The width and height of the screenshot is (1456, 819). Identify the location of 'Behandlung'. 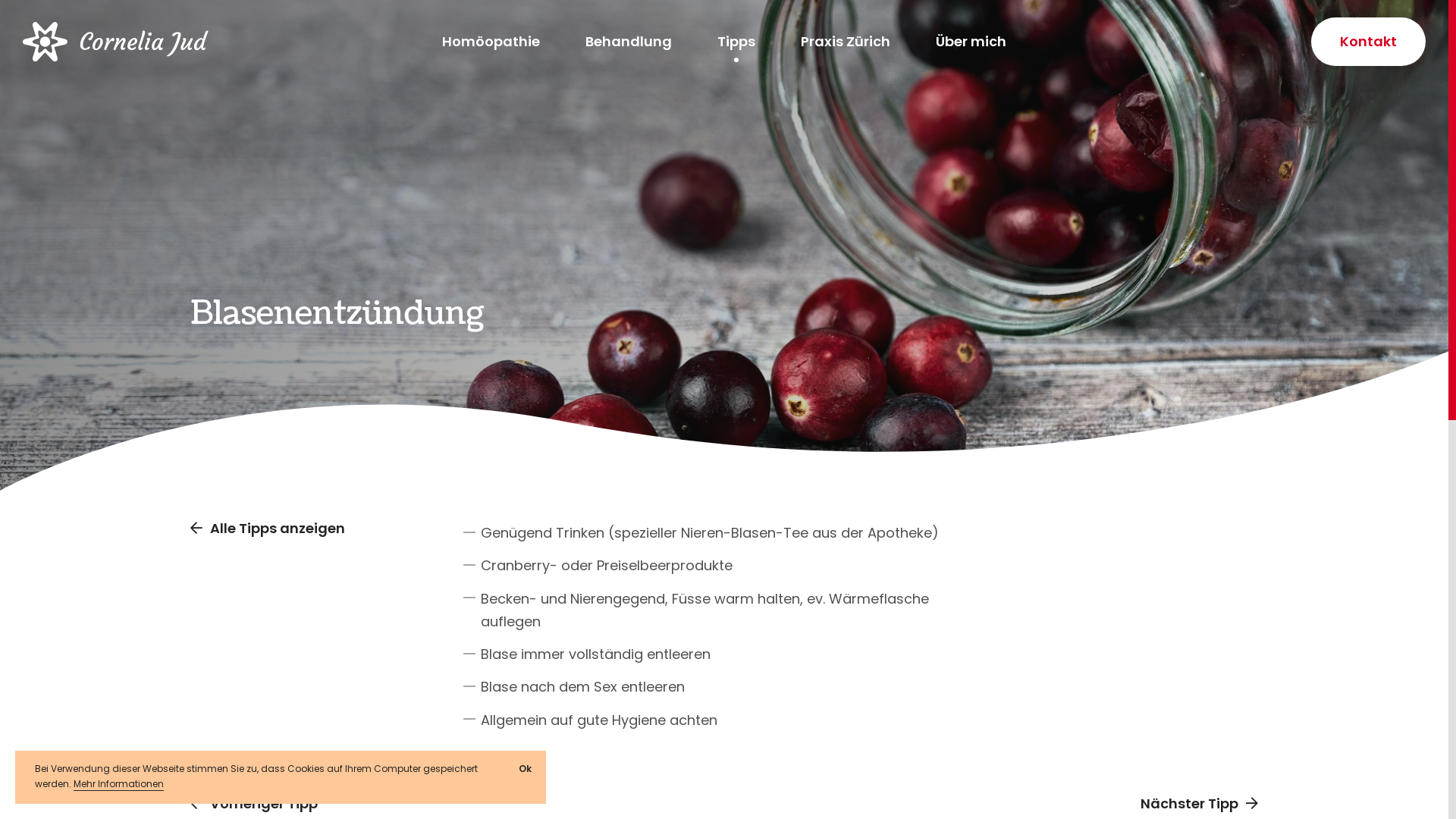
(629, 40).